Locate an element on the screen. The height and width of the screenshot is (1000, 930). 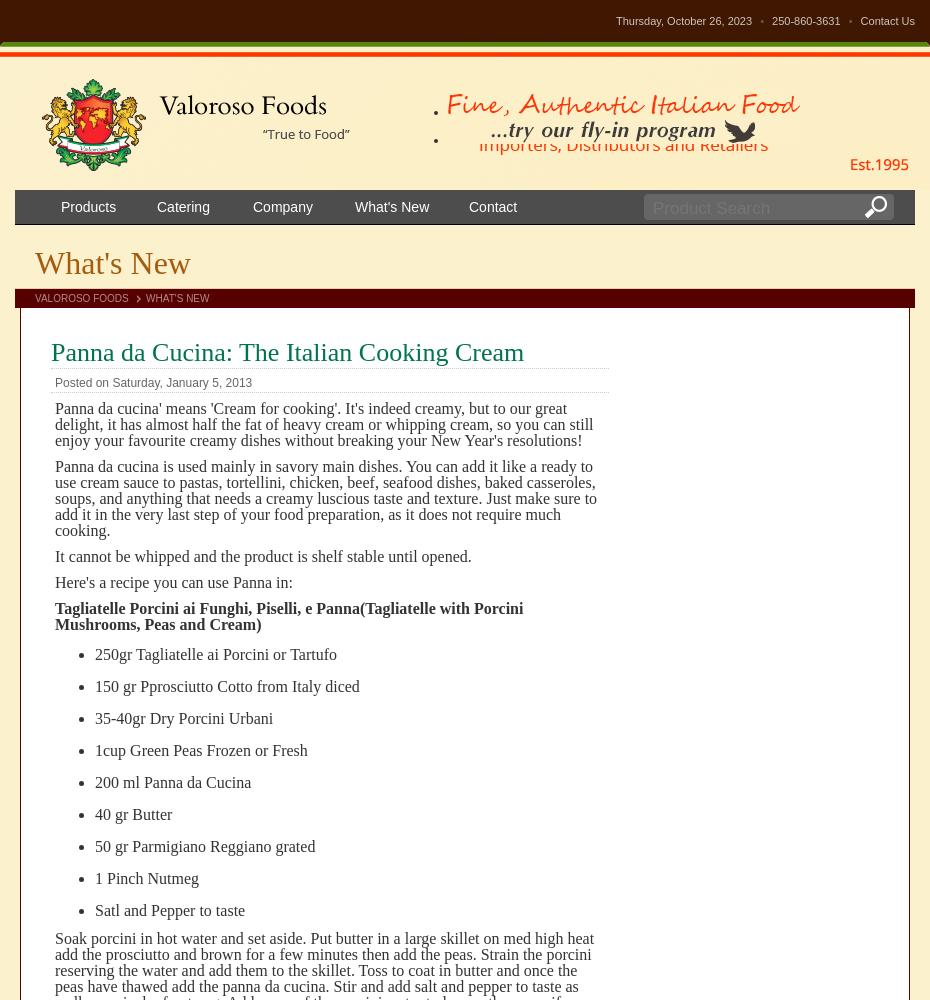
'Products' is located at coordinates (88, 206).